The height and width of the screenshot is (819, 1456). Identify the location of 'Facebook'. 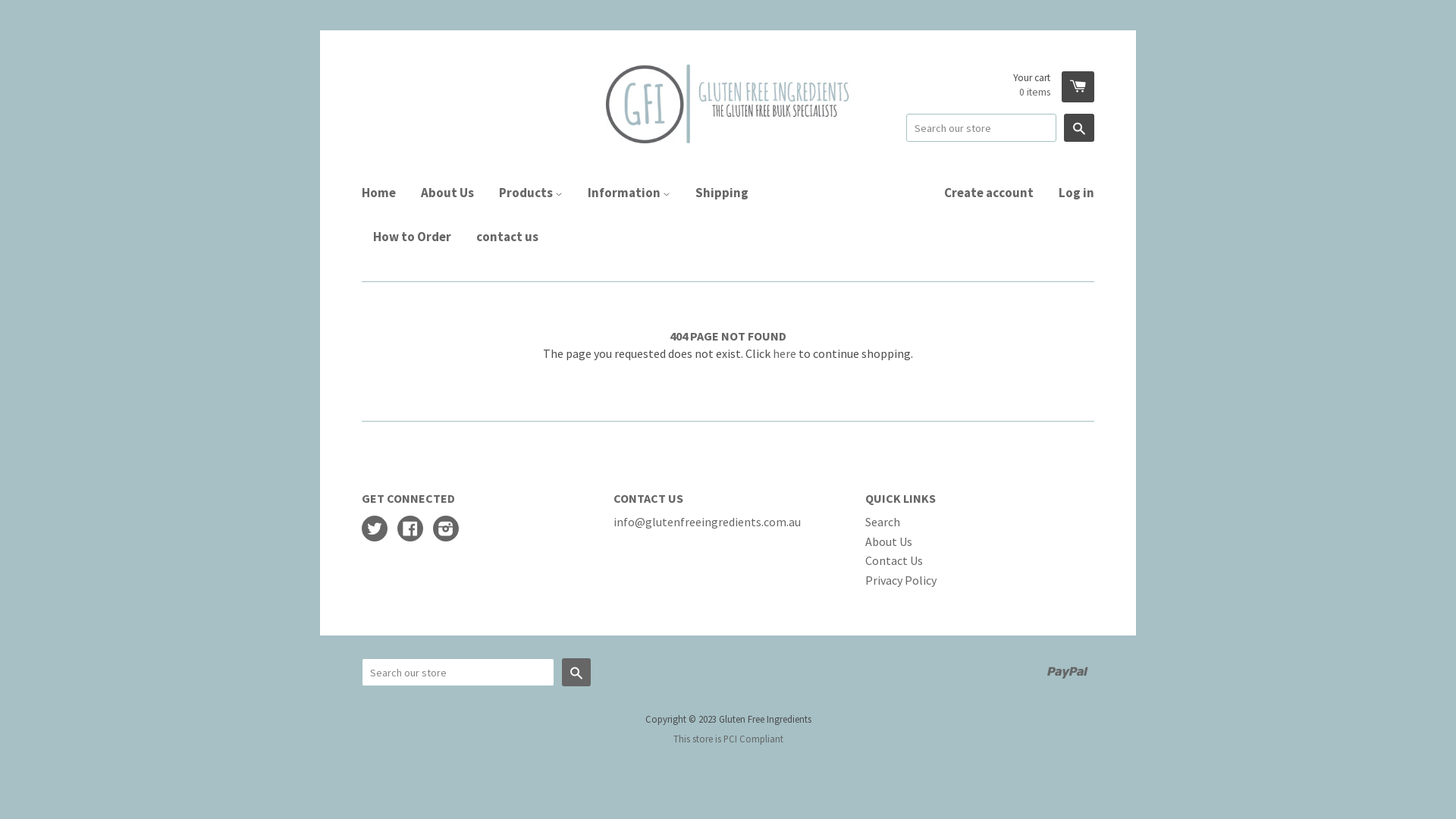
(410, 529).